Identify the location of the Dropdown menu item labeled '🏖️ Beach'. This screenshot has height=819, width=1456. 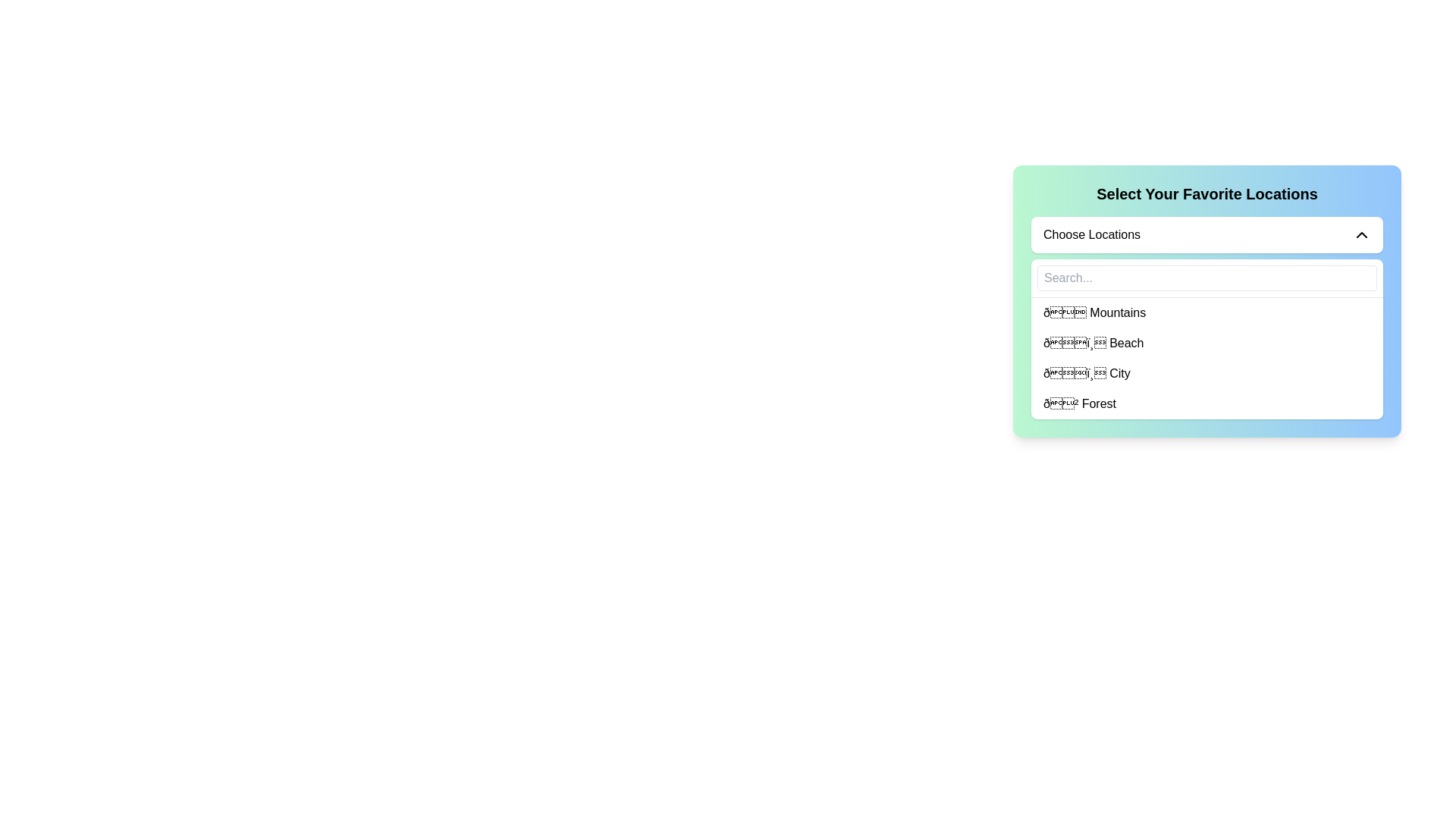
(1207, 343).